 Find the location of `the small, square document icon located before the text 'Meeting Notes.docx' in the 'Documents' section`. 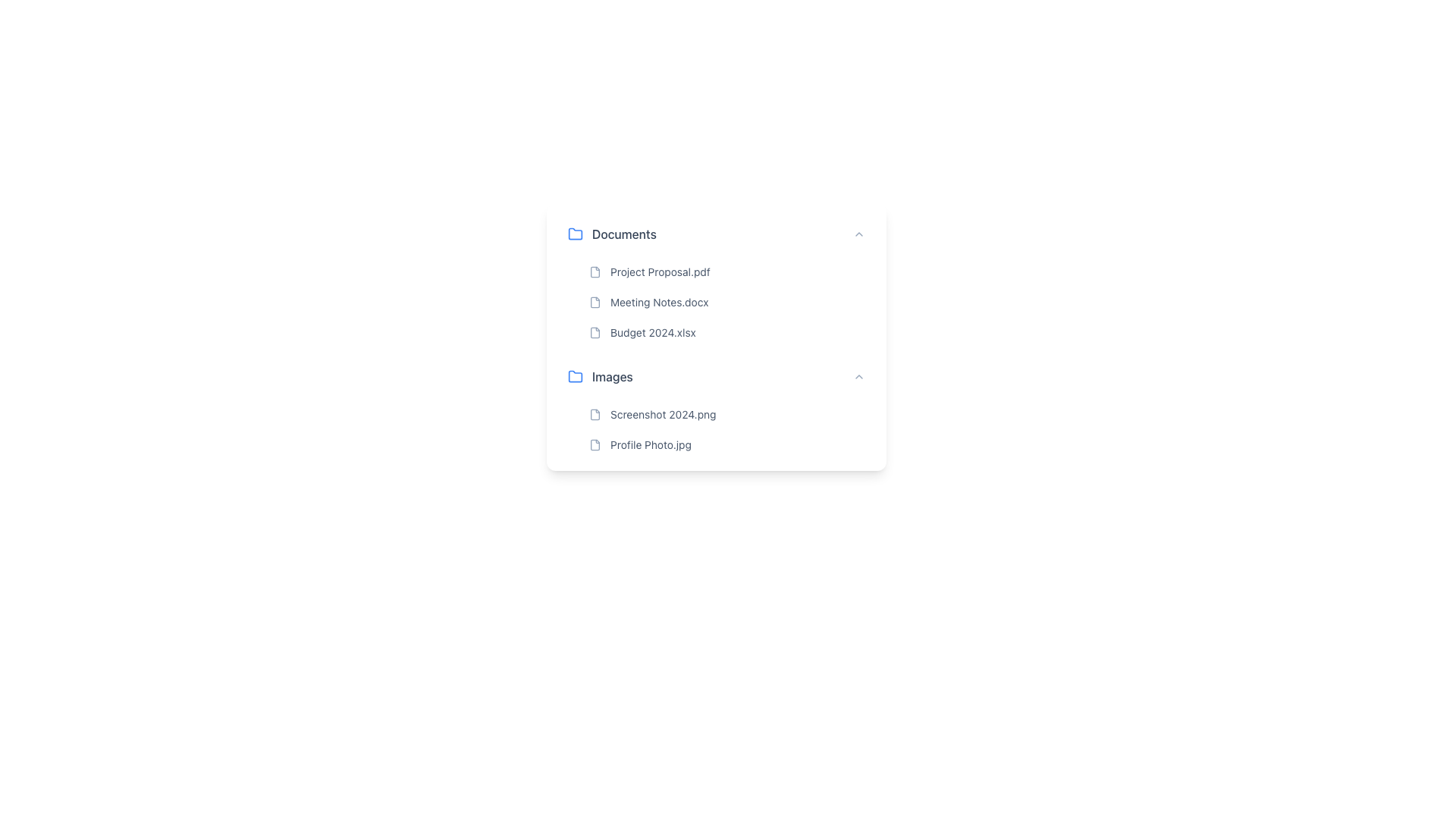

the small, square document icon located before the text 'Meeting Notes.docx' in the 'Documents' section is located at coordinates (595, 302).